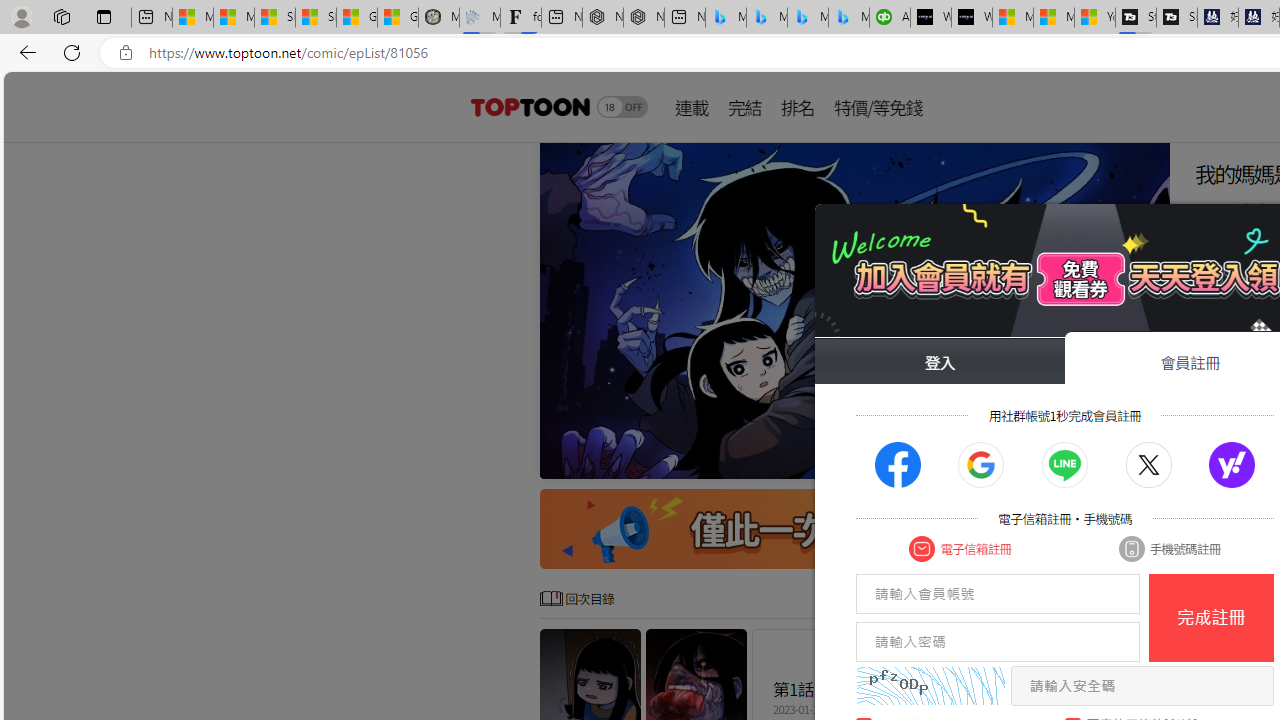 The height and width of the screenshot is (720, 1280). Describe the element at coordinates (1231, 465) in the screenshot. I see `'Class: socialBtn actionSocialJoinBtn'` at that location.